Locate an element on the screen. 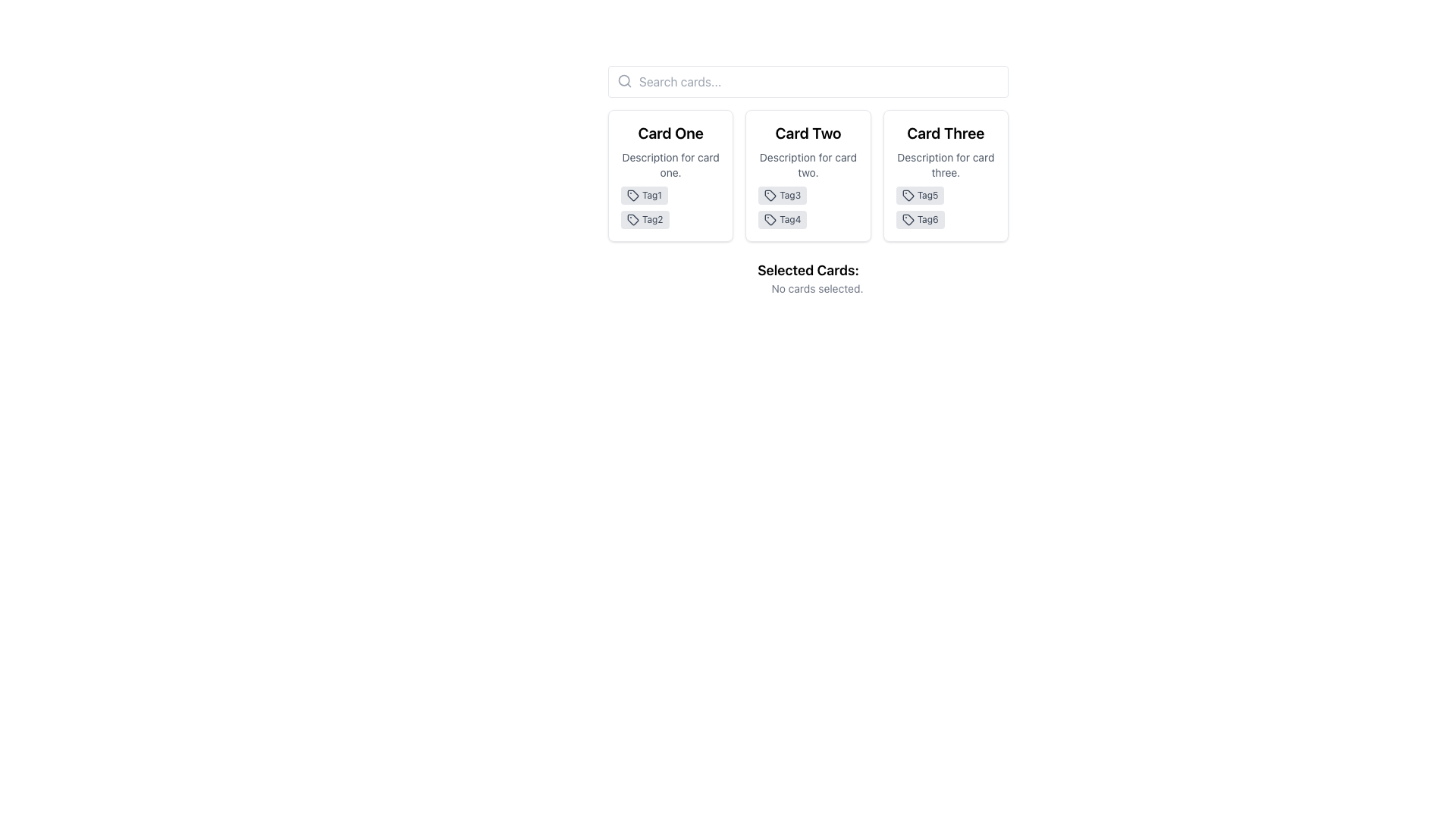 The width and height of the screenshot is (1456, 819). the static text label reading 'Selected Cards:' which indicates a section or heading within the interface, located below the card descriptions area is located at coordinates (807, 270).